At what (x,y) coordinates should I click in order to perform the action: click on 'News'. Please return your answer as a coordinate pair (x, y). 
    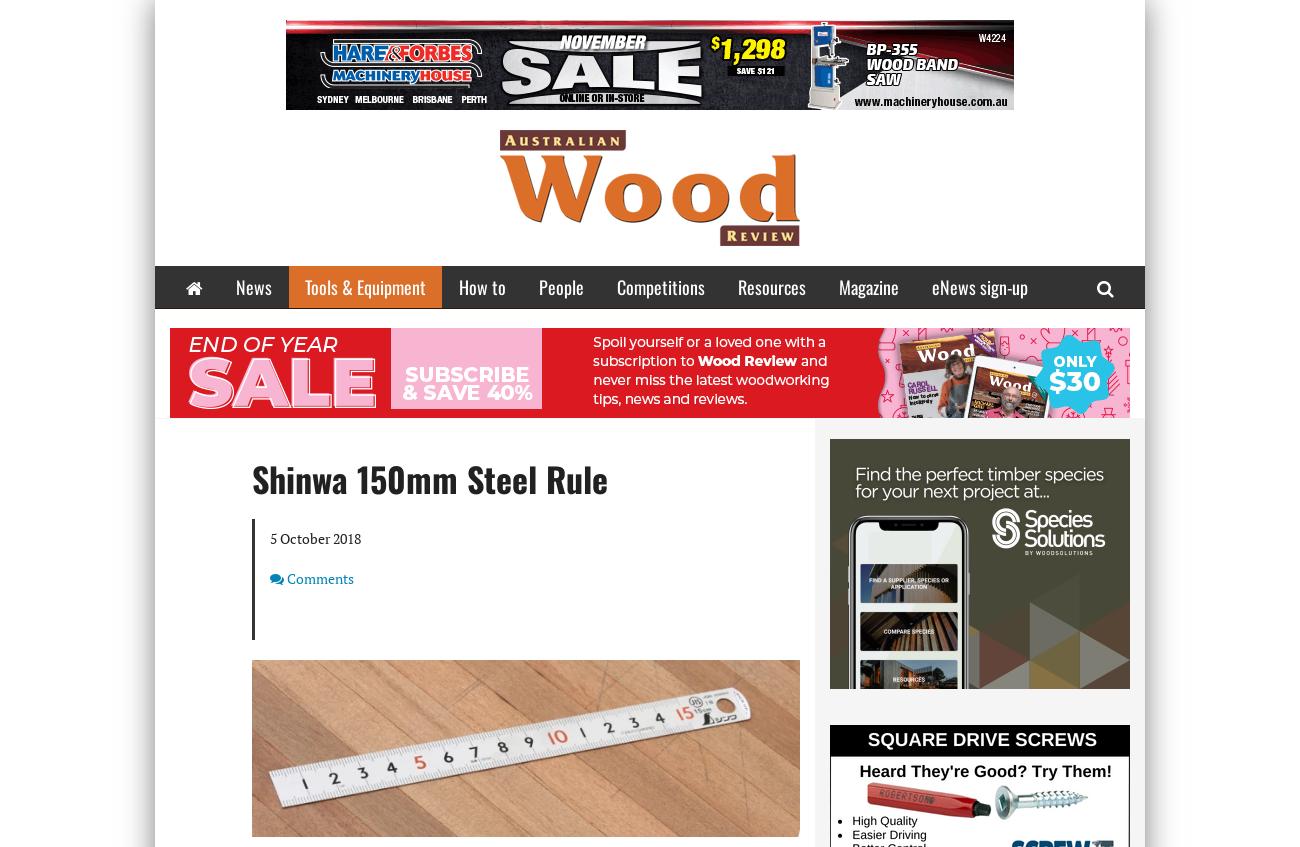
    Looking at the image, I should click on (253, 285).